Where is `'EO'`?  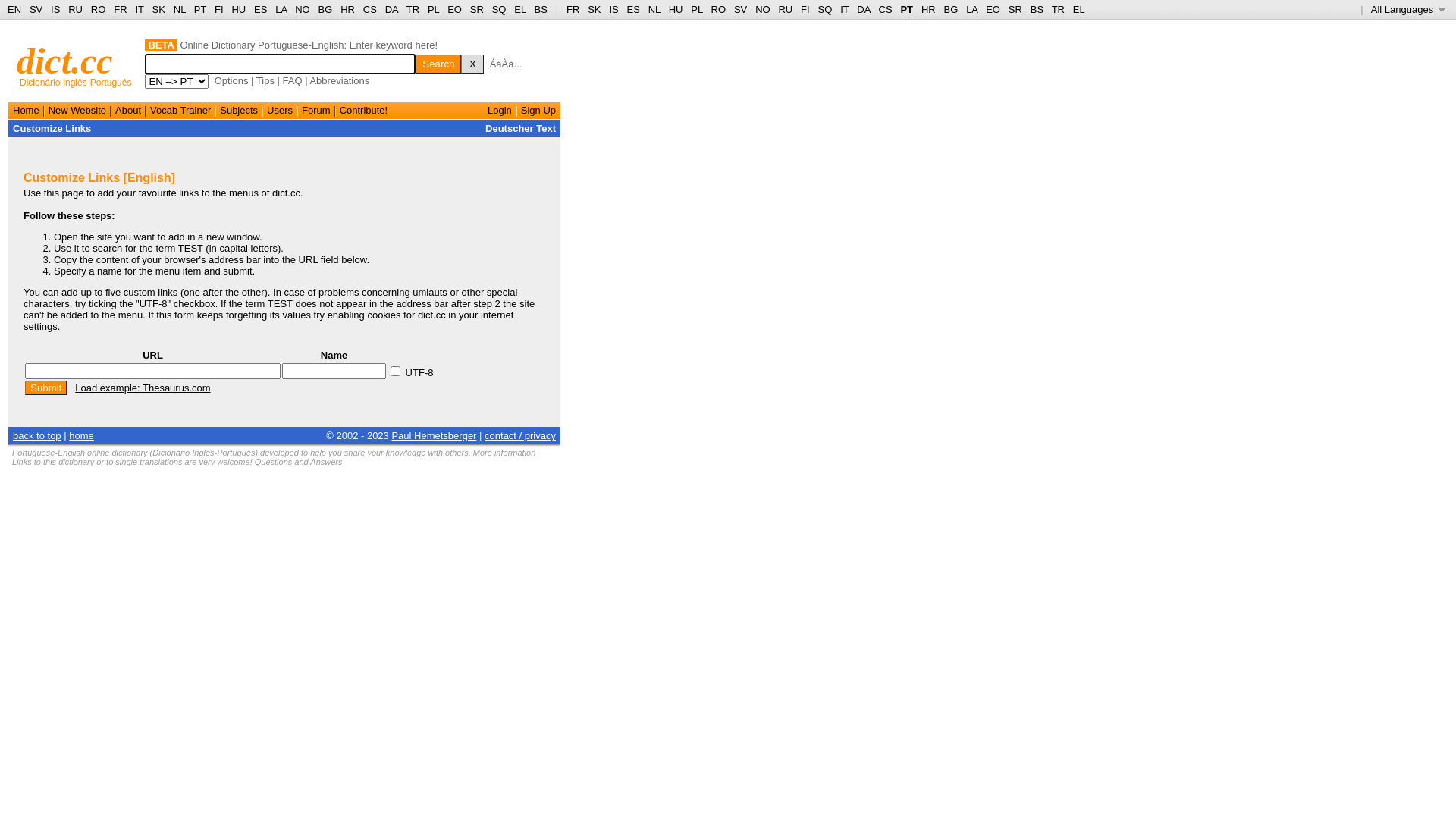 'EO' is located at coordinates (453, 9).